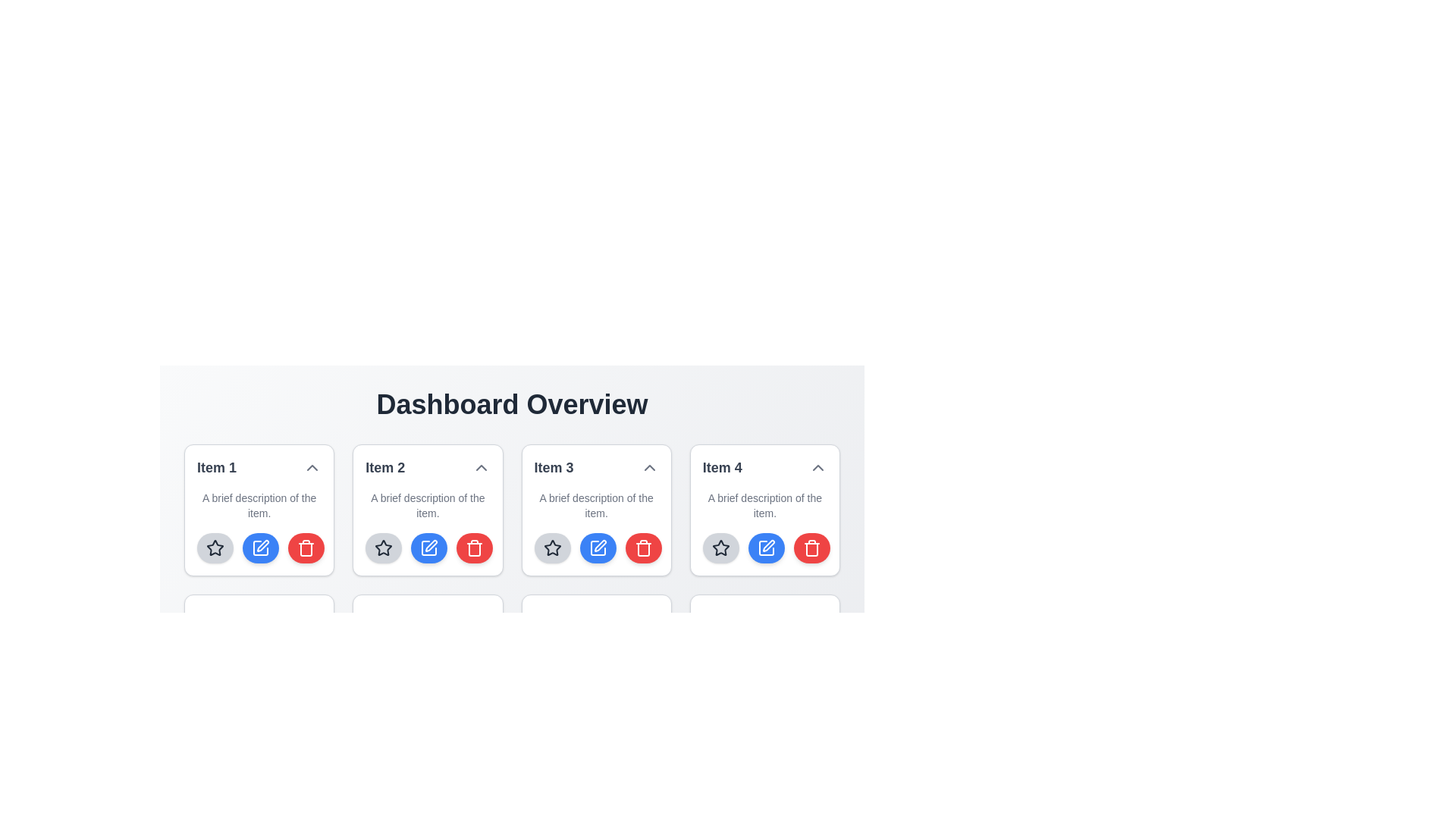  Describe the element at coordinates (649, 467) in the screenshot. I see `the toggle button located in the upper-right corner of the 'Item 3' card` at that location.